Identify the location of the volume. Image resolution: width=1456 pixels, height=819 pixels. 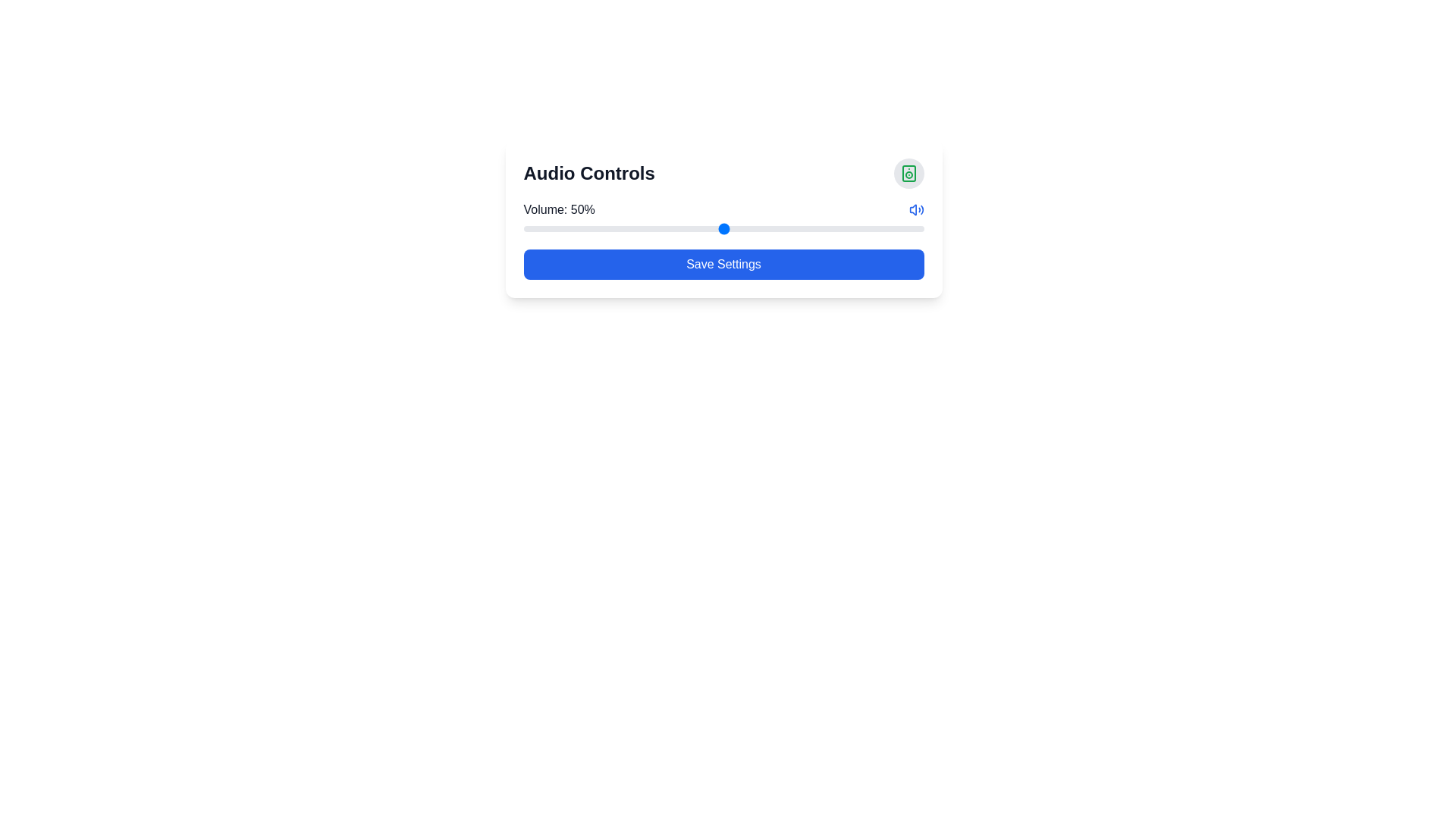
(627, 228).